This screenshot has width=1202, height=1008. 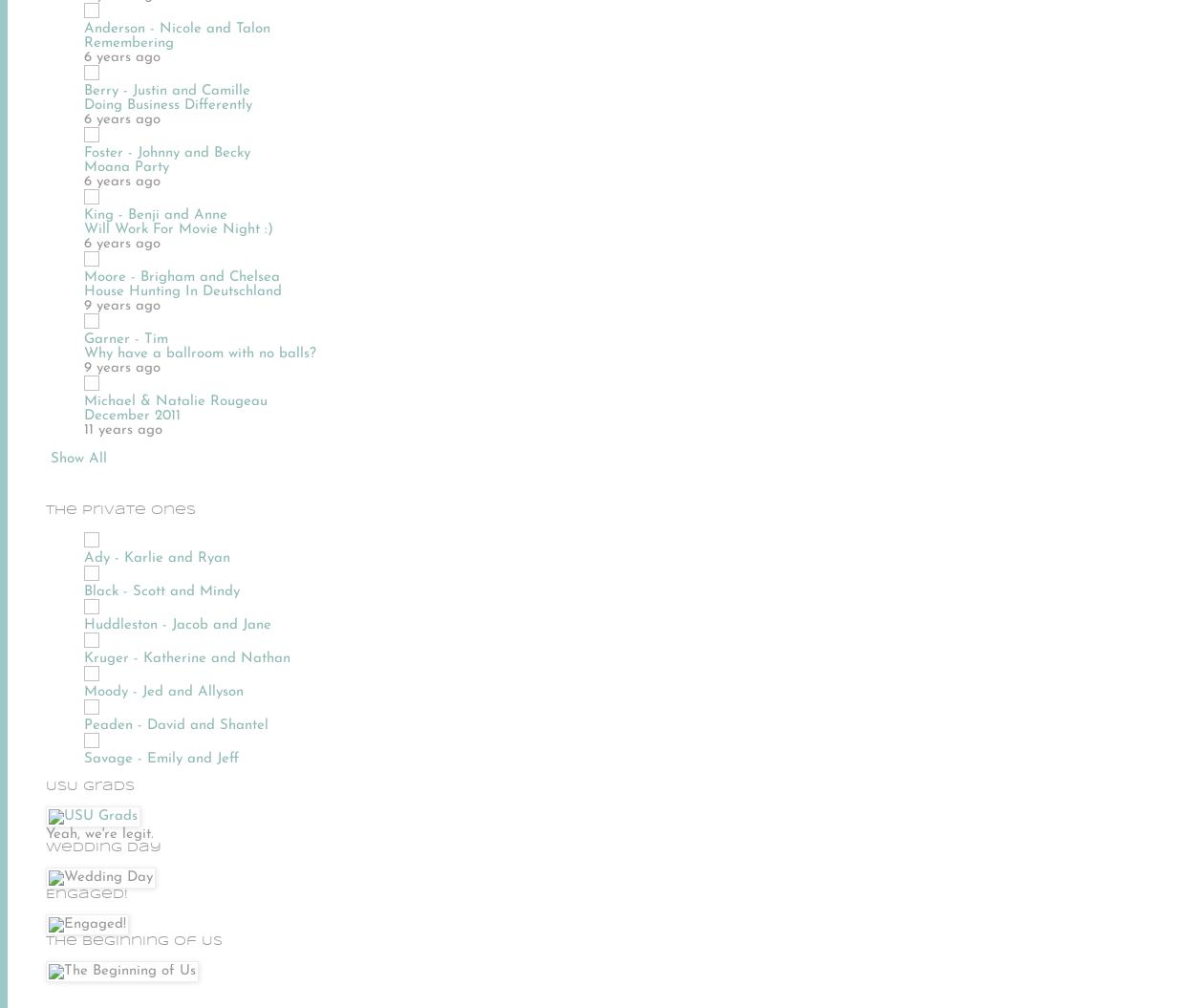 What do you see at coordinates (134, 940) in the screenshot?
I see `'The Beginning of Us'` at bounding box center [134, 940].